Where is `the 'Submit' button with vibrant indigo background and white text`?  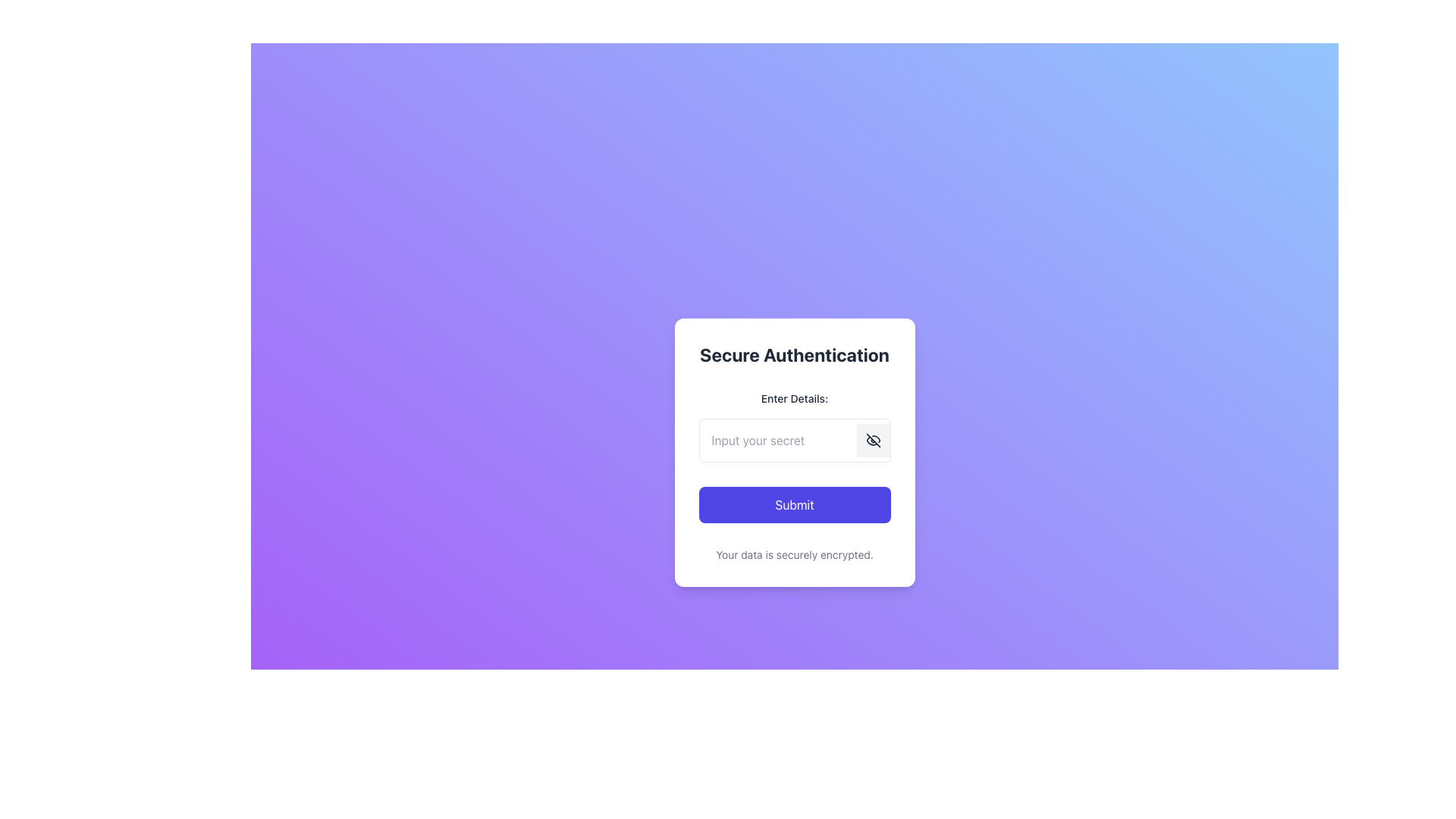
the 'Submit' button with vibrant indigo background and white text is located at coordinates (793, 505).